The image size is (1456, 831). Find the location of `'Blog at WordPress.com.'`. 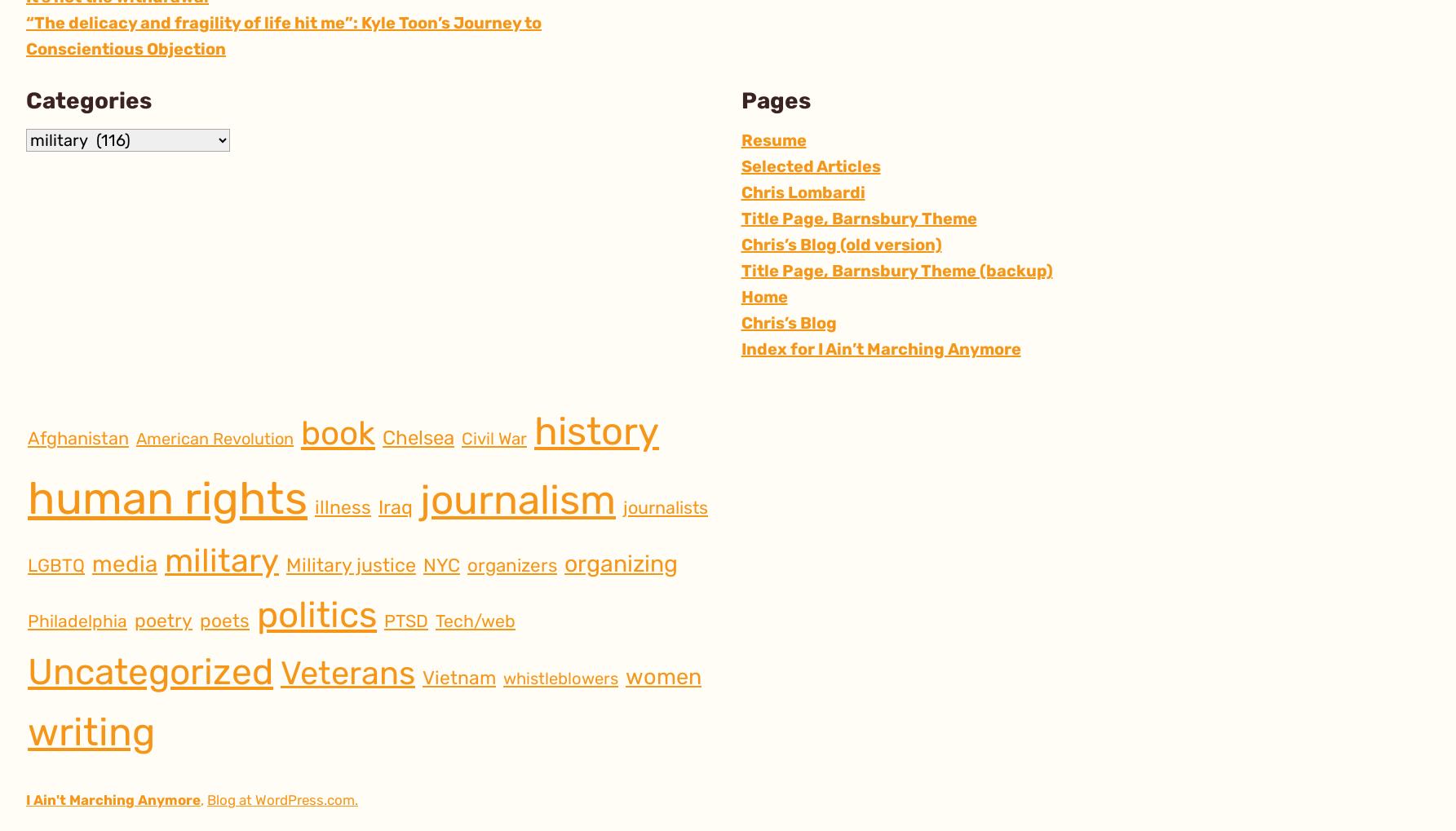

'Blog at WordPress.com.' is located at coordinates (282, 799).